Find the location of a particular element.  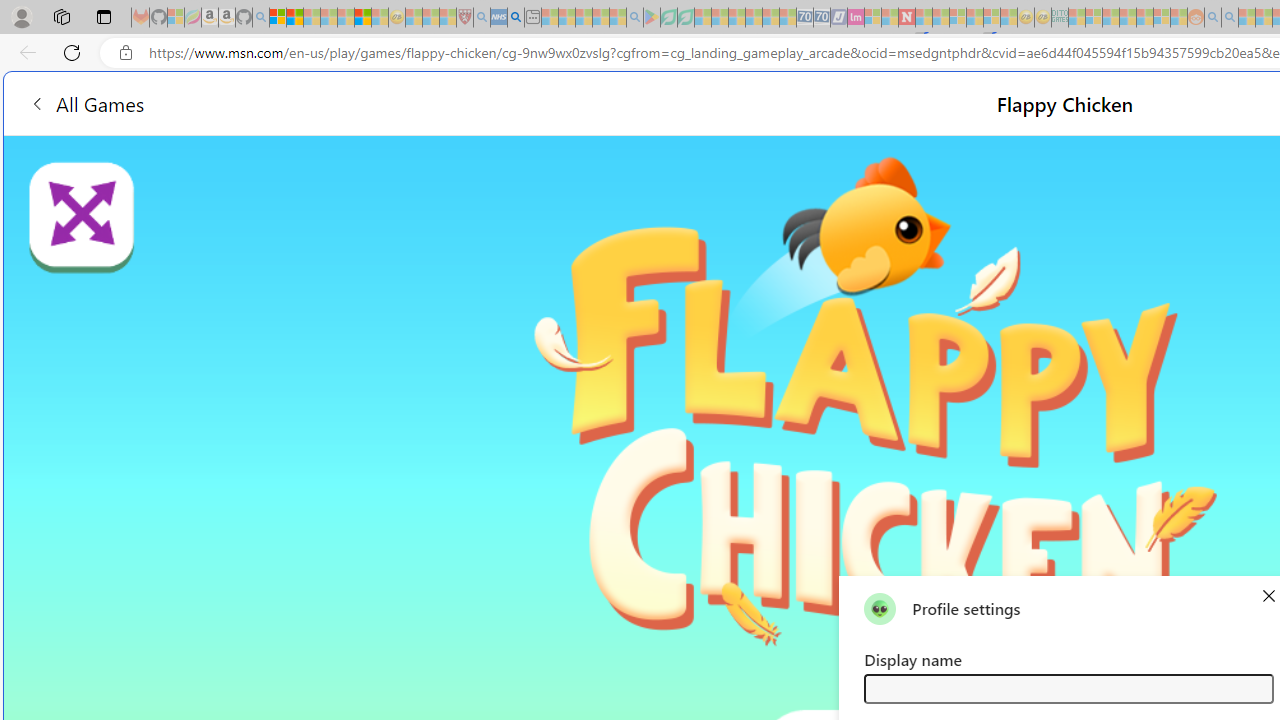

'Robert H. Shmerling, MD - Harvard Health - Sleeping' is located at coordinates (464, 17).